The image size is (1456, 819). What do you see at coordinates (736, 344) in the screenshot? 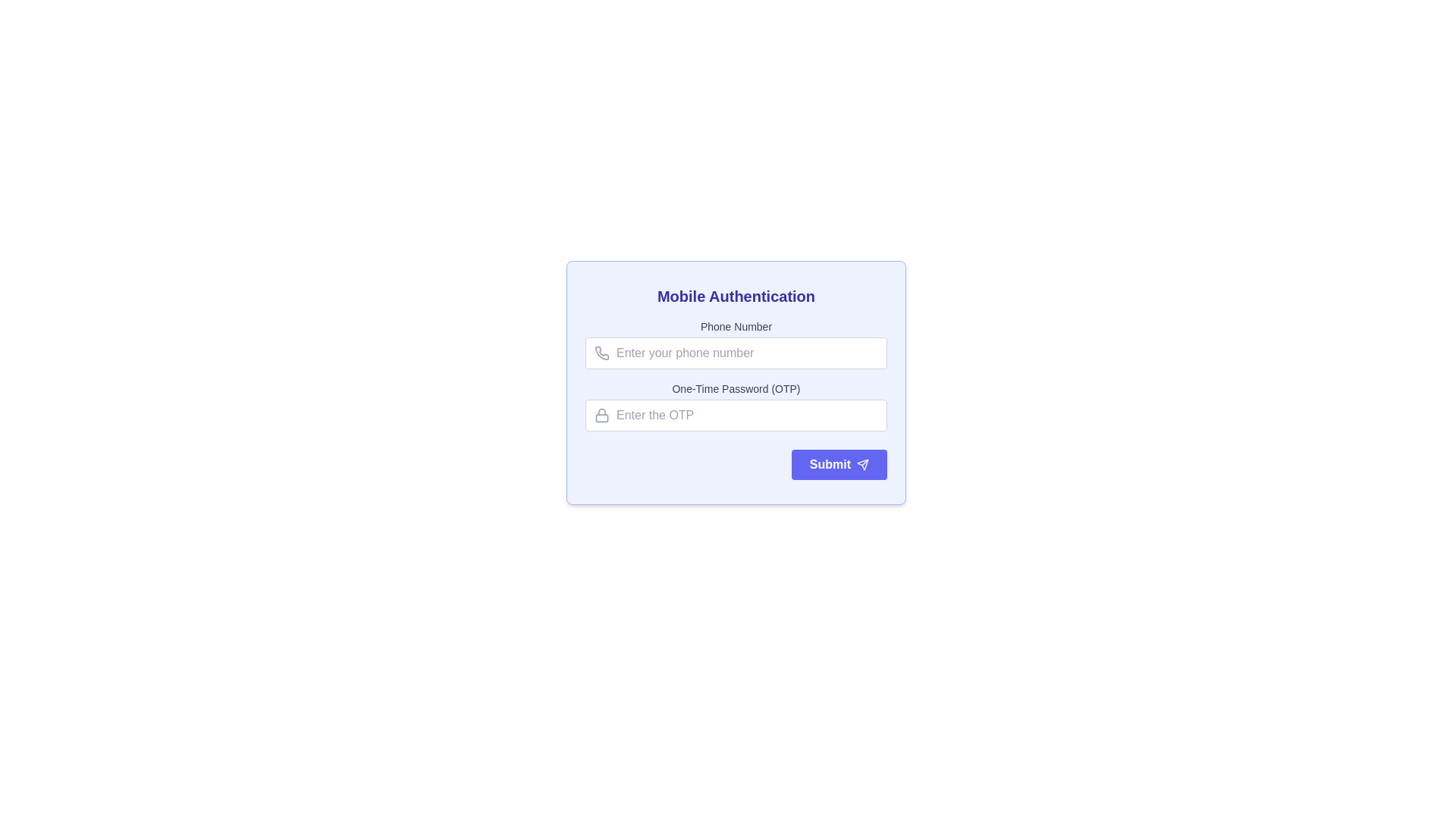
I see `the phone icon in the Labeled Input Field for phone number input, which is located in the Mobile Authentication section` at bounding box center [736, 344].